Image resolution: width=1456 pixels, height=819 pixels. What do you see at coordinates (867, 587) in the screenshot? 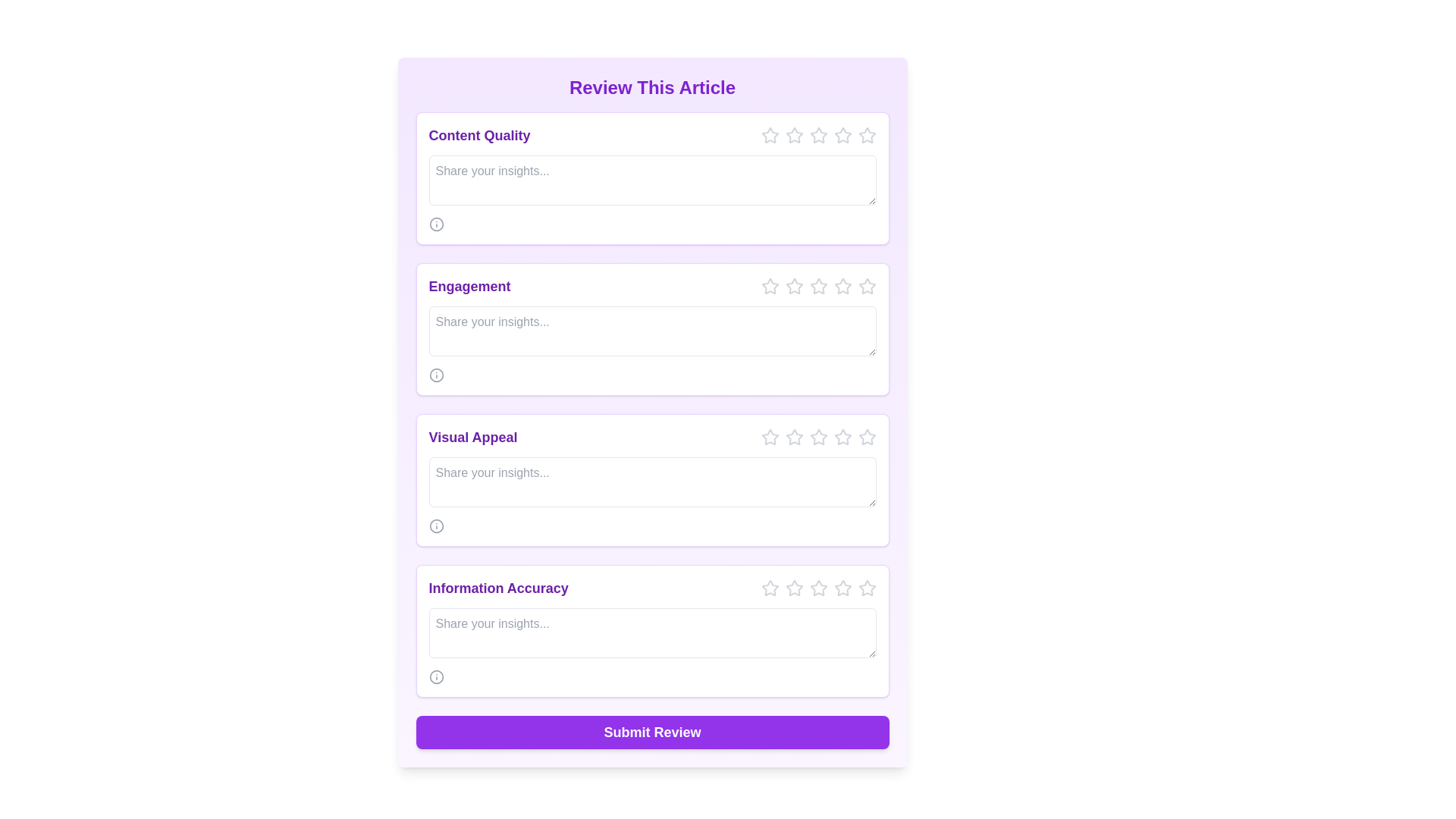
I see `the fifth star icon in the 'Information Accuracy' section to assign a rating` at bounding box center [867, 587].